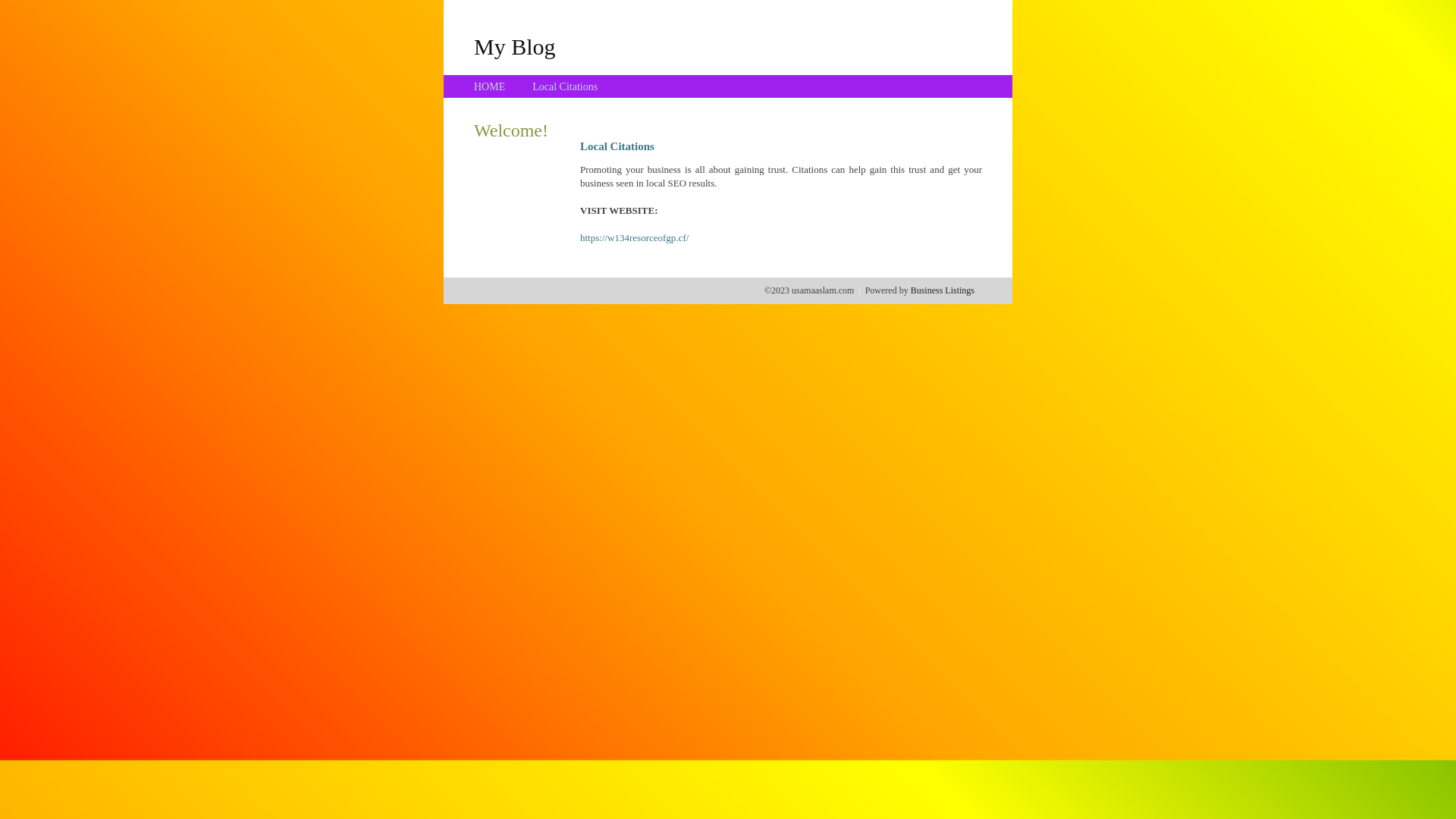 The image size is (1456, 819). I want to click on 'https://w134resorceofgp.cf/', so click(579, 237).